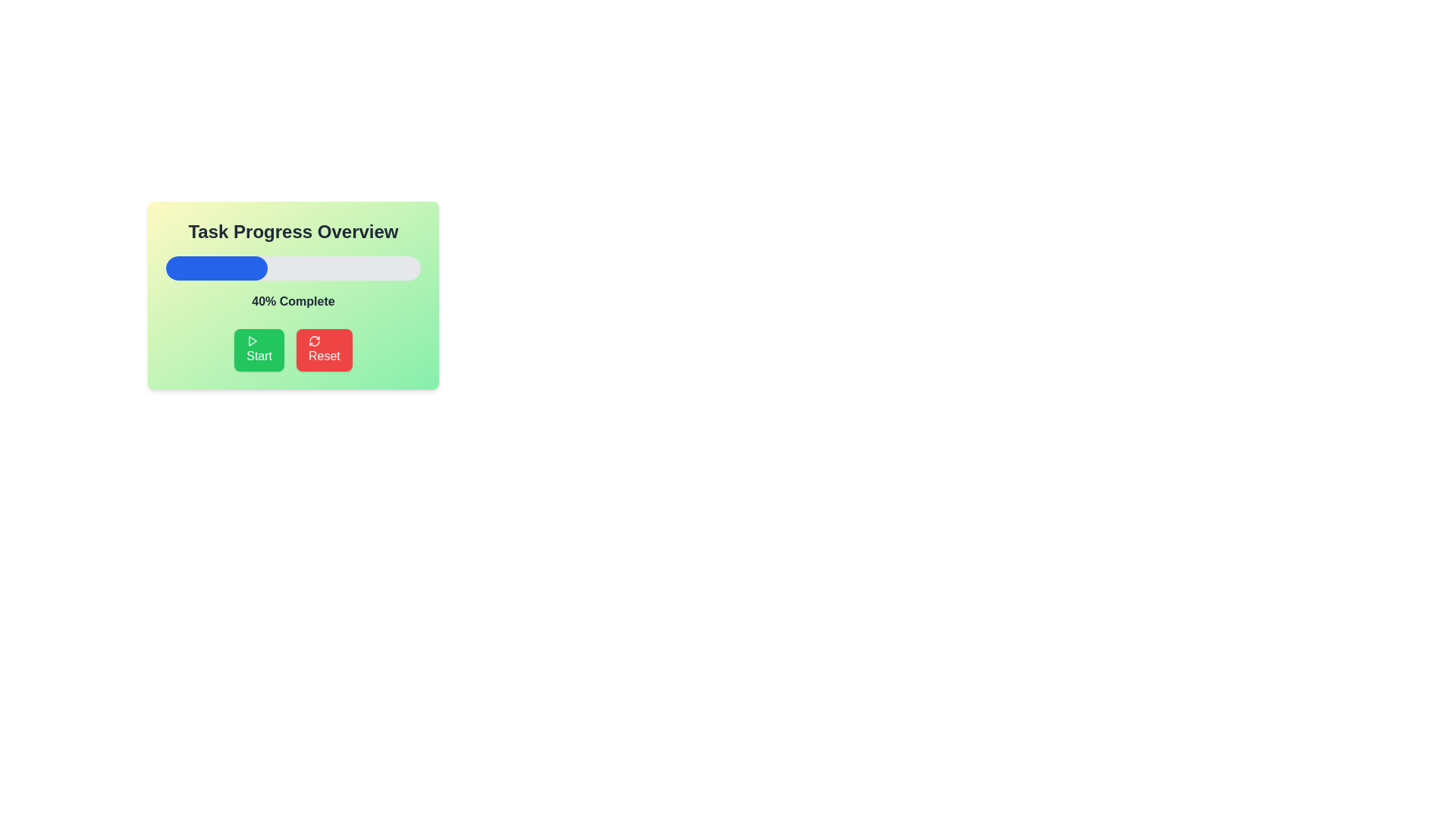  I want to click on the Progress Indicator that visually communicates 40% completion of a task within the 'Task Progress Overview' section, so click(216, 268).